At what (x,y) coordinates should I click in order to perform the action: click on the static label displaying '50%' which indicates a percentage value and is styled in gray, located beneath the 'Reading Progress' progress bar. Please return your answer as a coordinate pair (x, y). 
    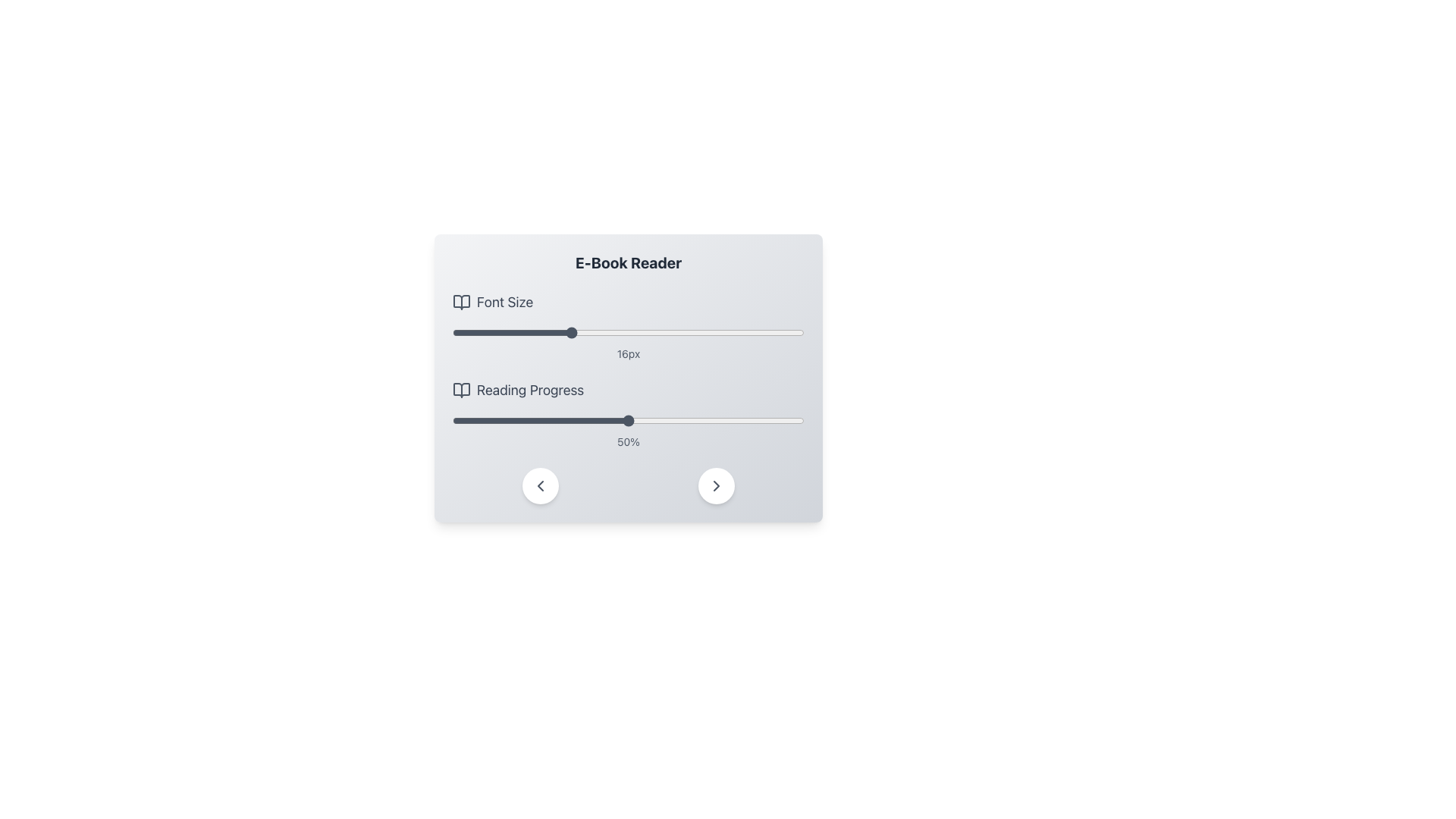
    Looking at the image, I should click on (629, 441).